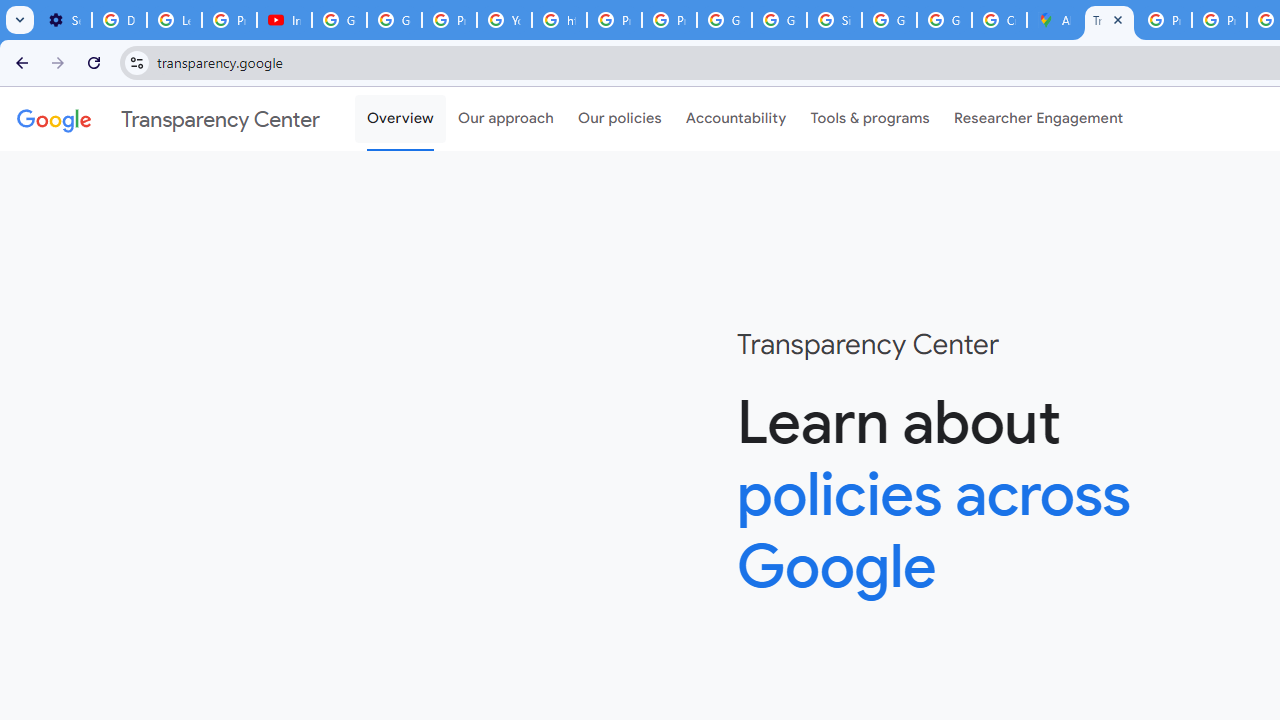  I want to click on 'Delete photos & videos - Computer - Google Photos Help', so click(118, 20).